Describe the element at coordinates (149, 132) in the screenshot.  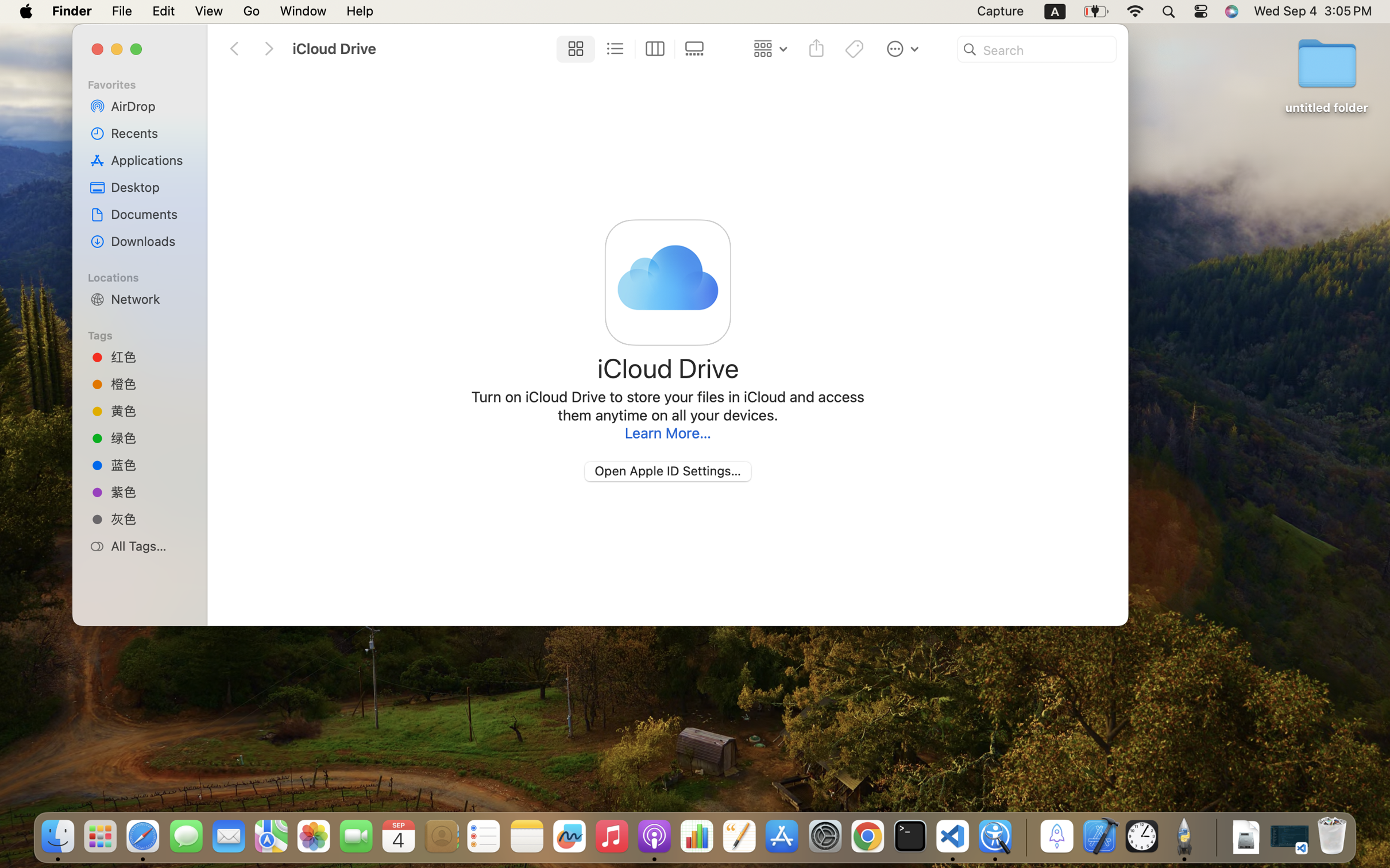
I see `'Recents'` at that location.